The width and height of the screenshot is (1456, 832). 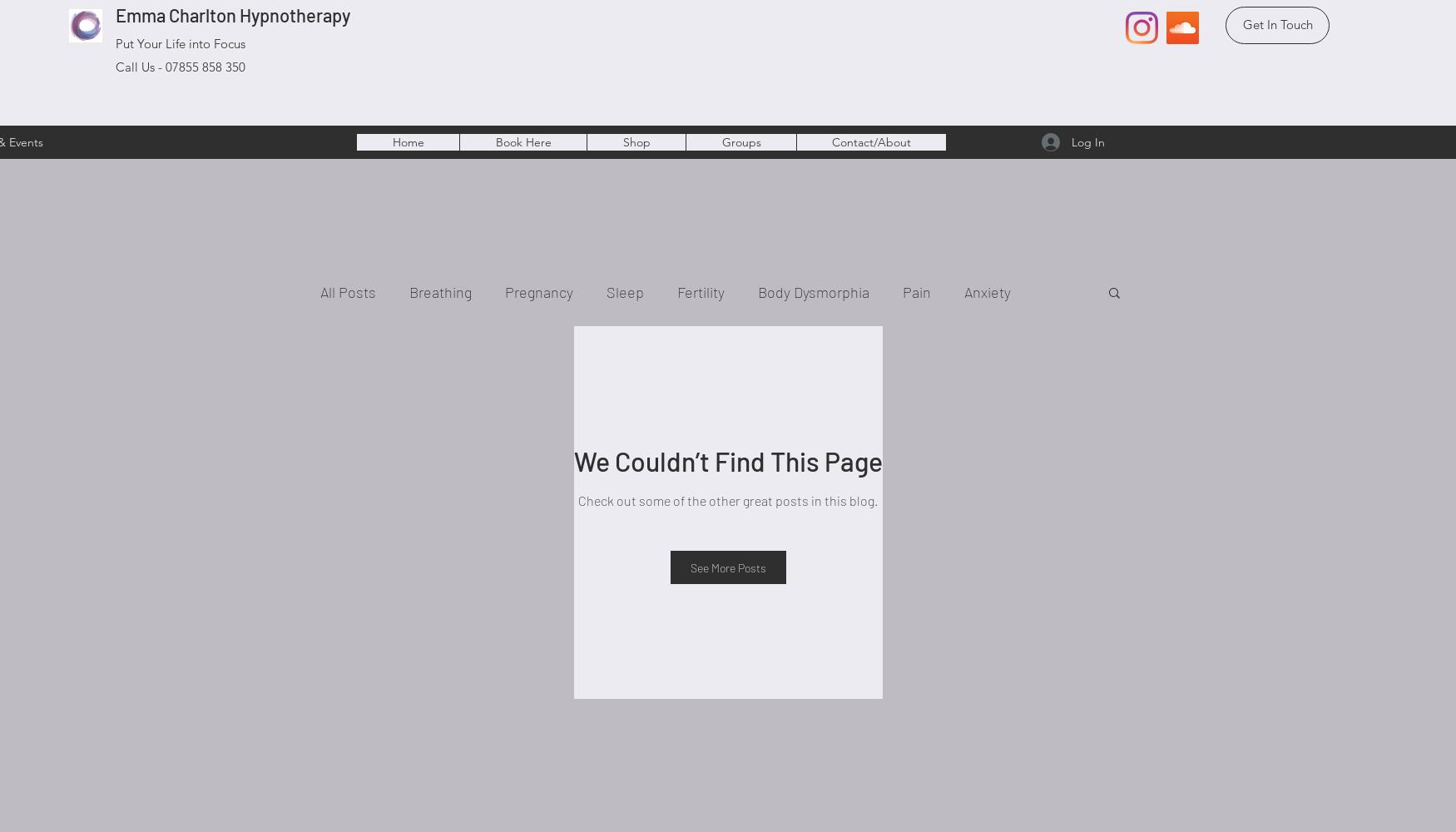 What do you see at coordinates (562, 359) in the screenshot?
I see `'IBS'` at bounding box center [562, 359].